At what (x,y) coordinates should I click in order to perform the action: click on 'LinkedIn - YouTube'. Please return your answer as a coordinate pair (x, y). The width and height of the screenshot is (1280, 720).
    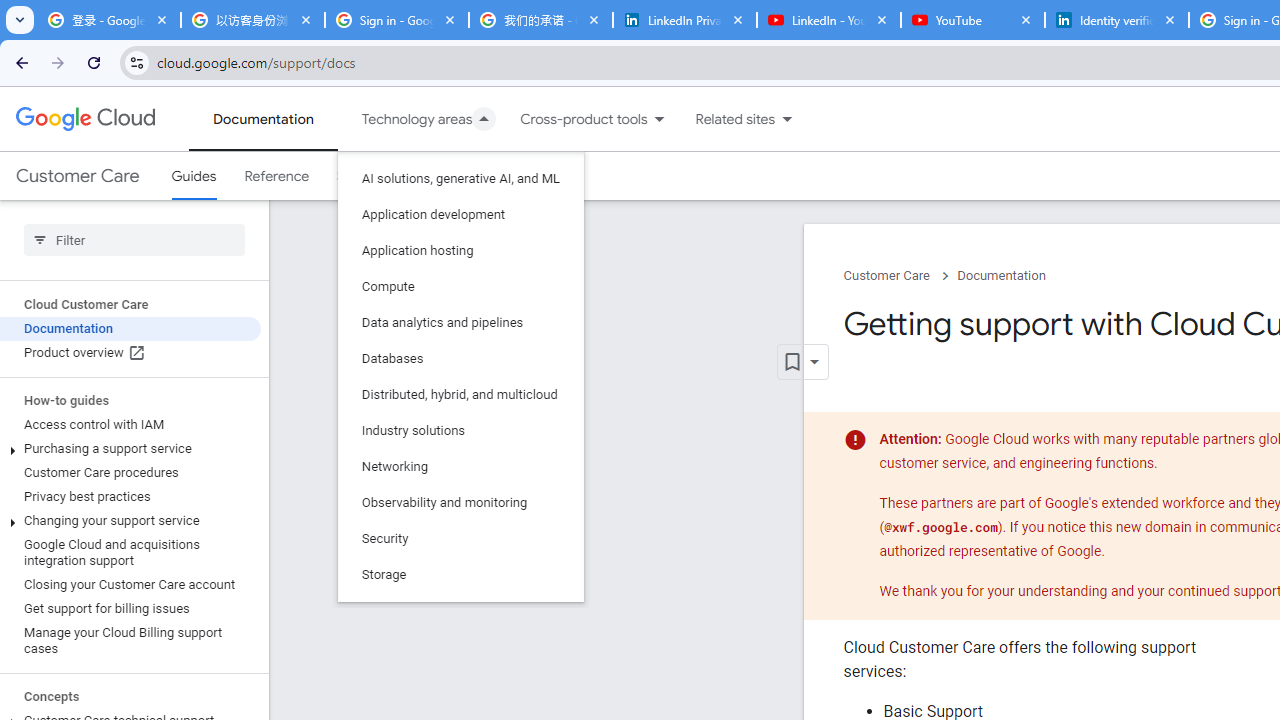
    Looking at the image, I should click on (828, 20).